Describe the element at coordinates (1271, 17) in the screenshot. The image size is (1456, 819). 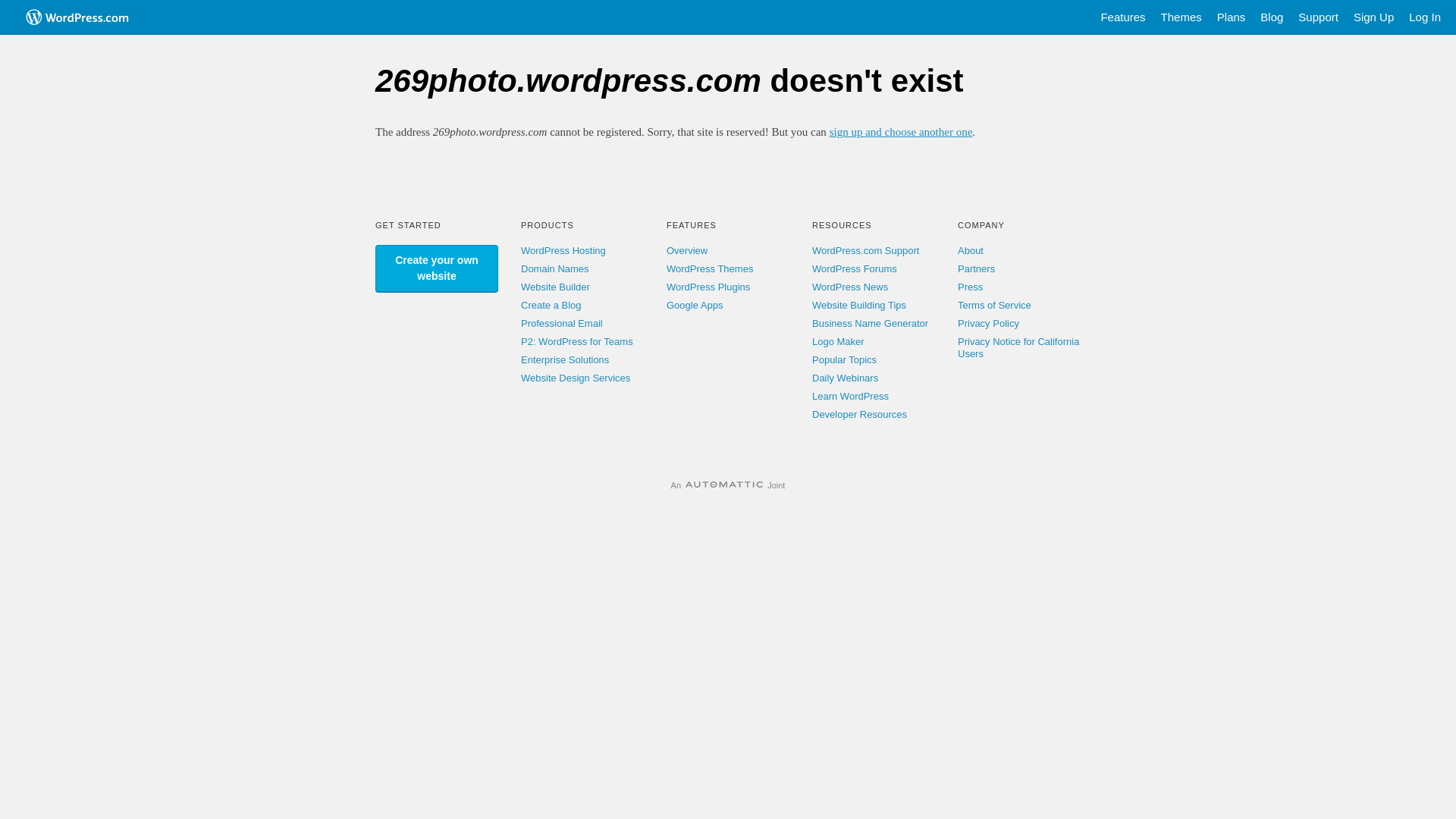
I see `'Blog'` at that location.